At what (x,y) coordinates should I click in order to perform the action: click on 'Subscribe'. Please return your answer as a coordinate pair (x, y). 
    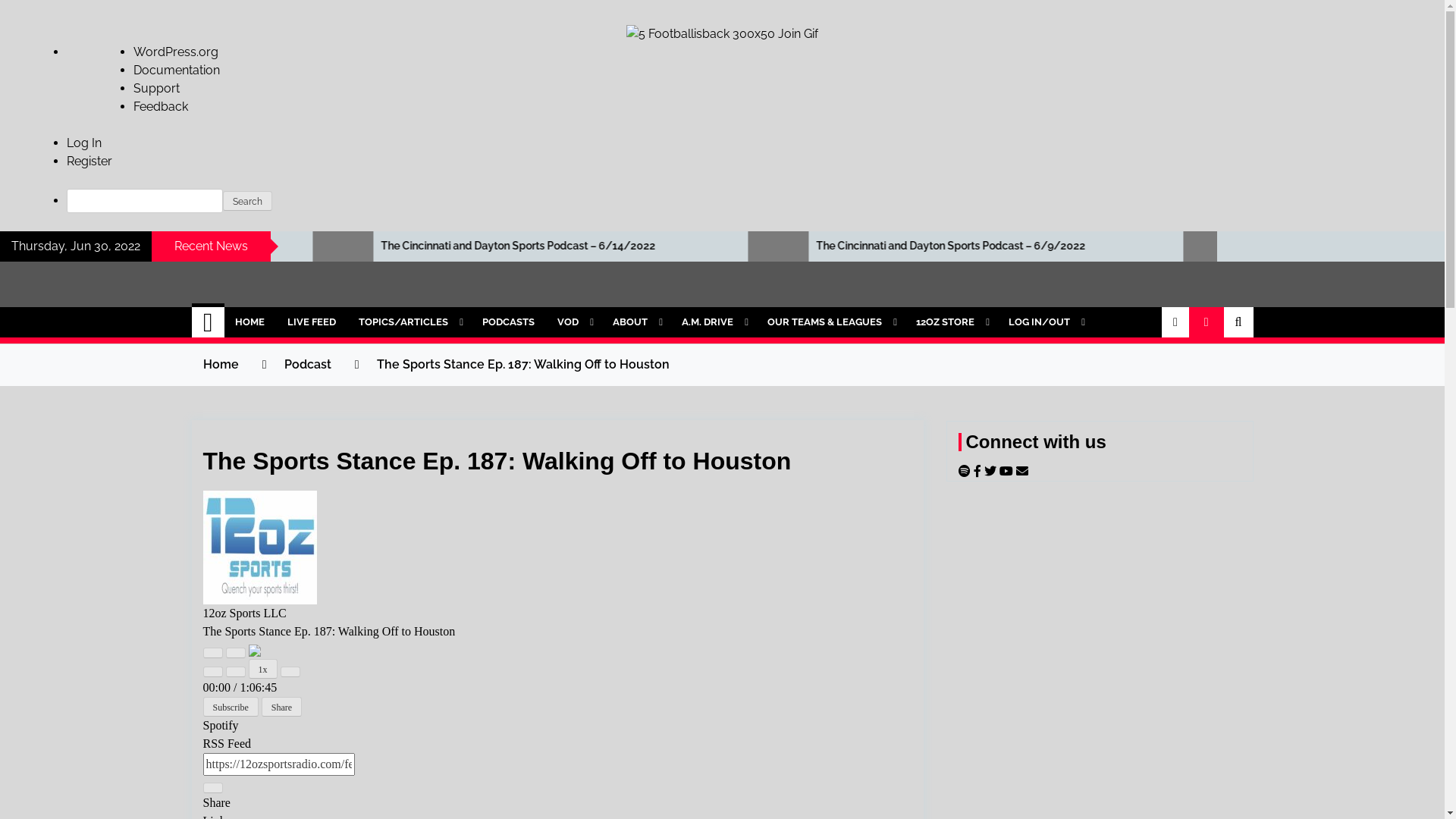
    Looking at the image, I should click on (230, 707).